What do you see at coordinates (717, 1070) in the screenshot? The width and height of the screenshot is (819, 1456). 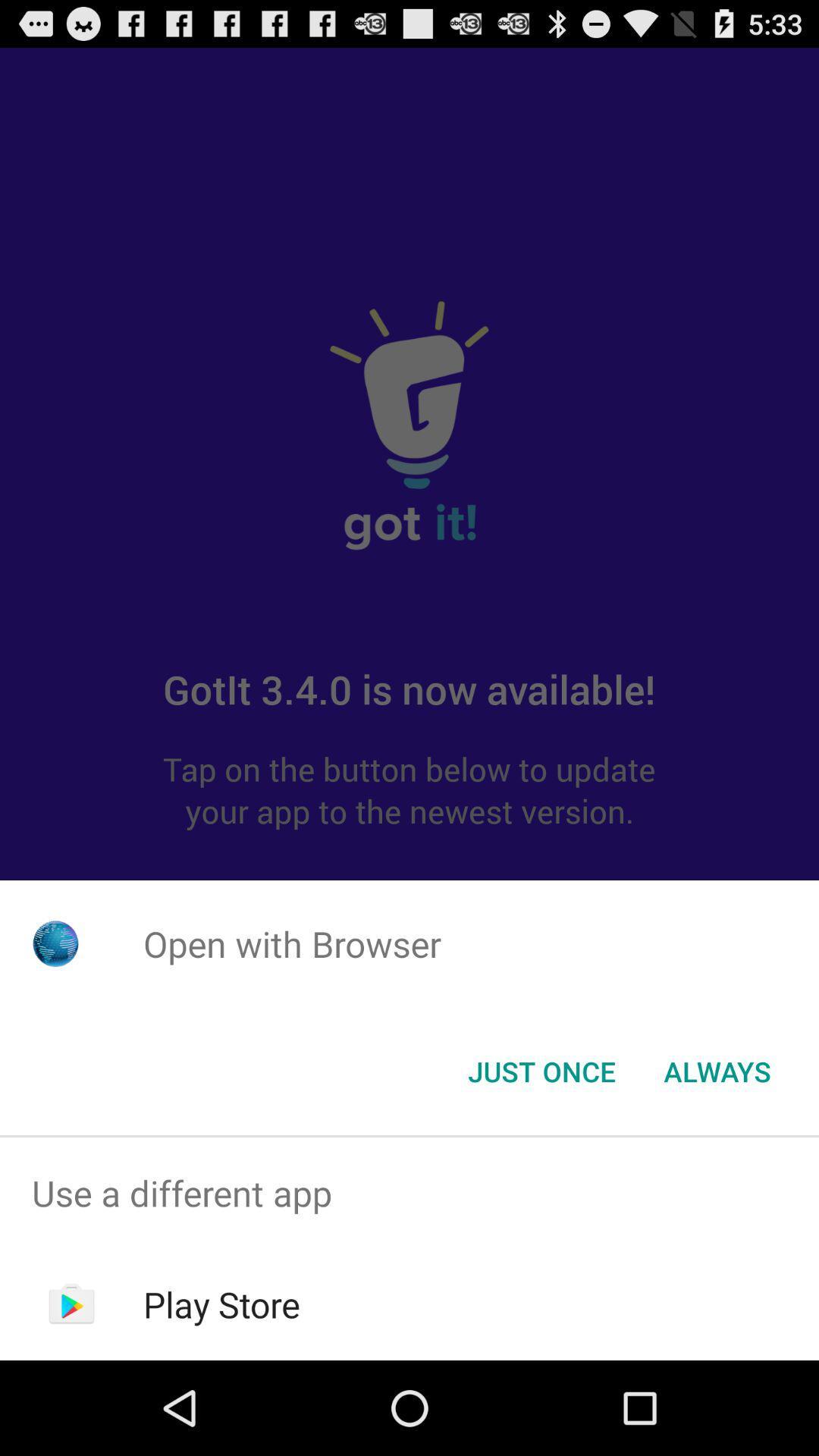 I see `the item to the right of the just once button` at bounding box center [717, 1070].